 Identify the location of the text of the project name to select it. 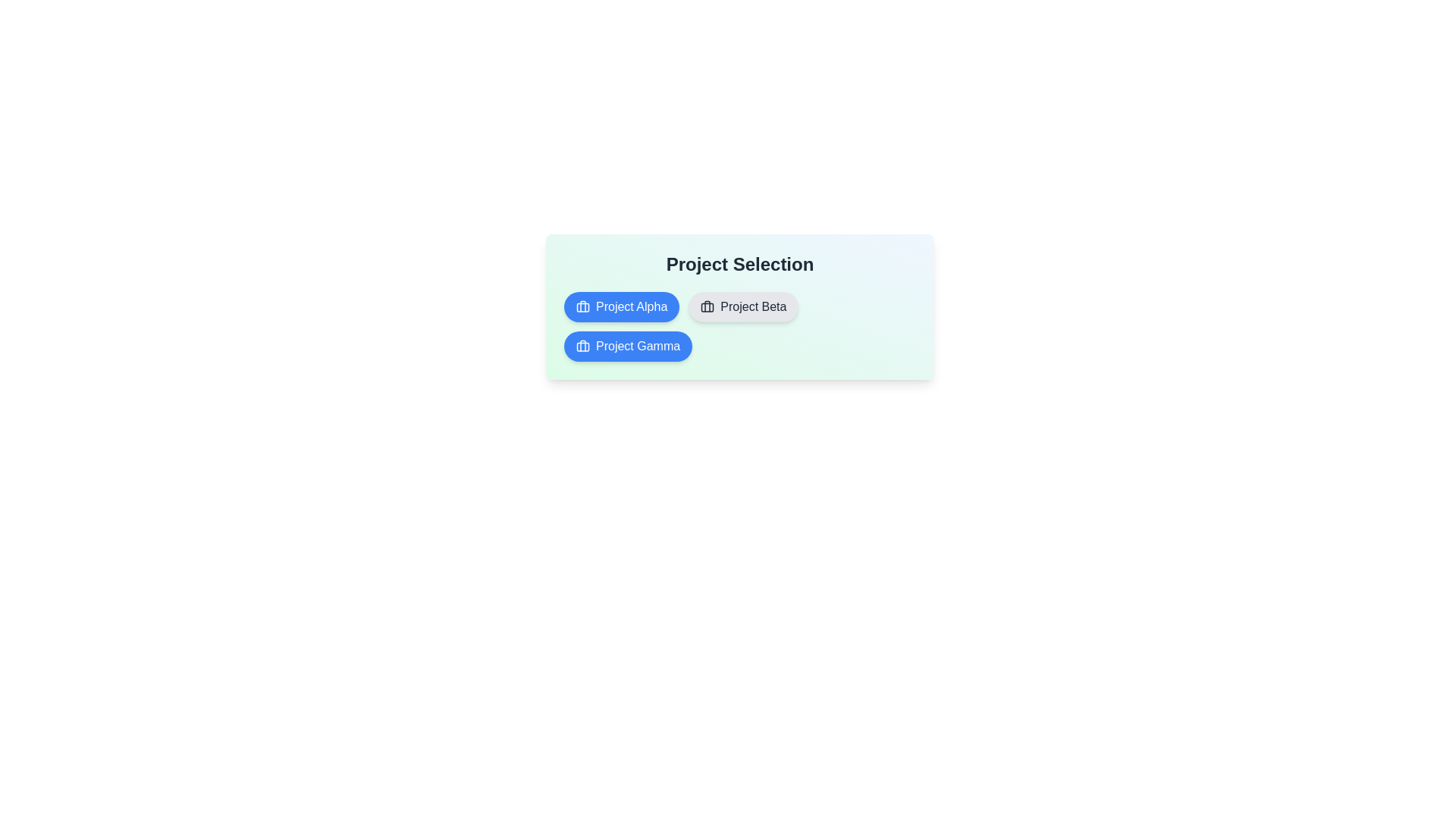
(622, 307).